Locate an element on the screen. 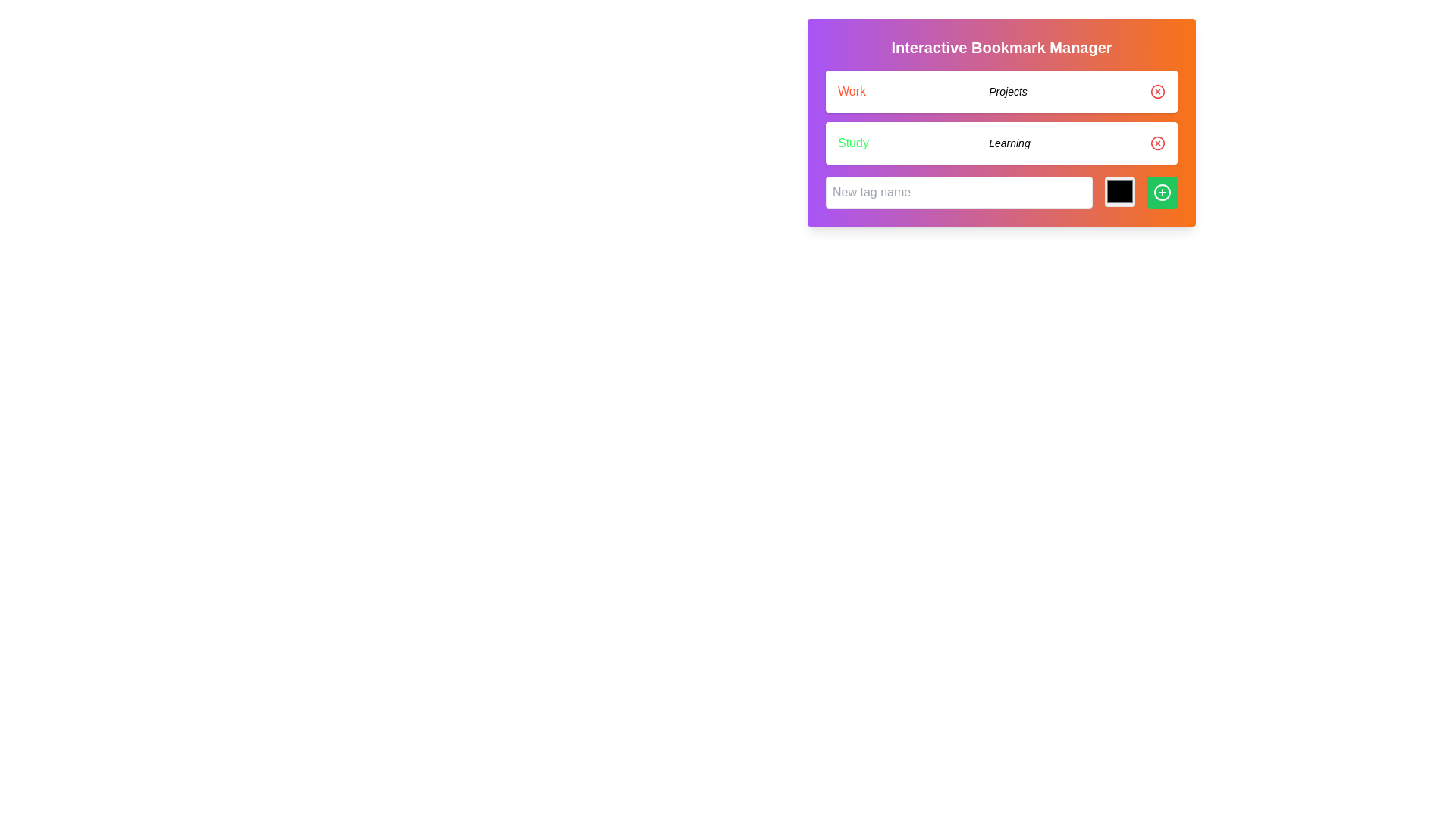 The height and width of the screenshot is (819, 1456). tag's title labeled 'Work Projects' from the first List Item with Removable Tag in the 'Interactive Bookmark Manager' is located at coordinates (1001, 91).